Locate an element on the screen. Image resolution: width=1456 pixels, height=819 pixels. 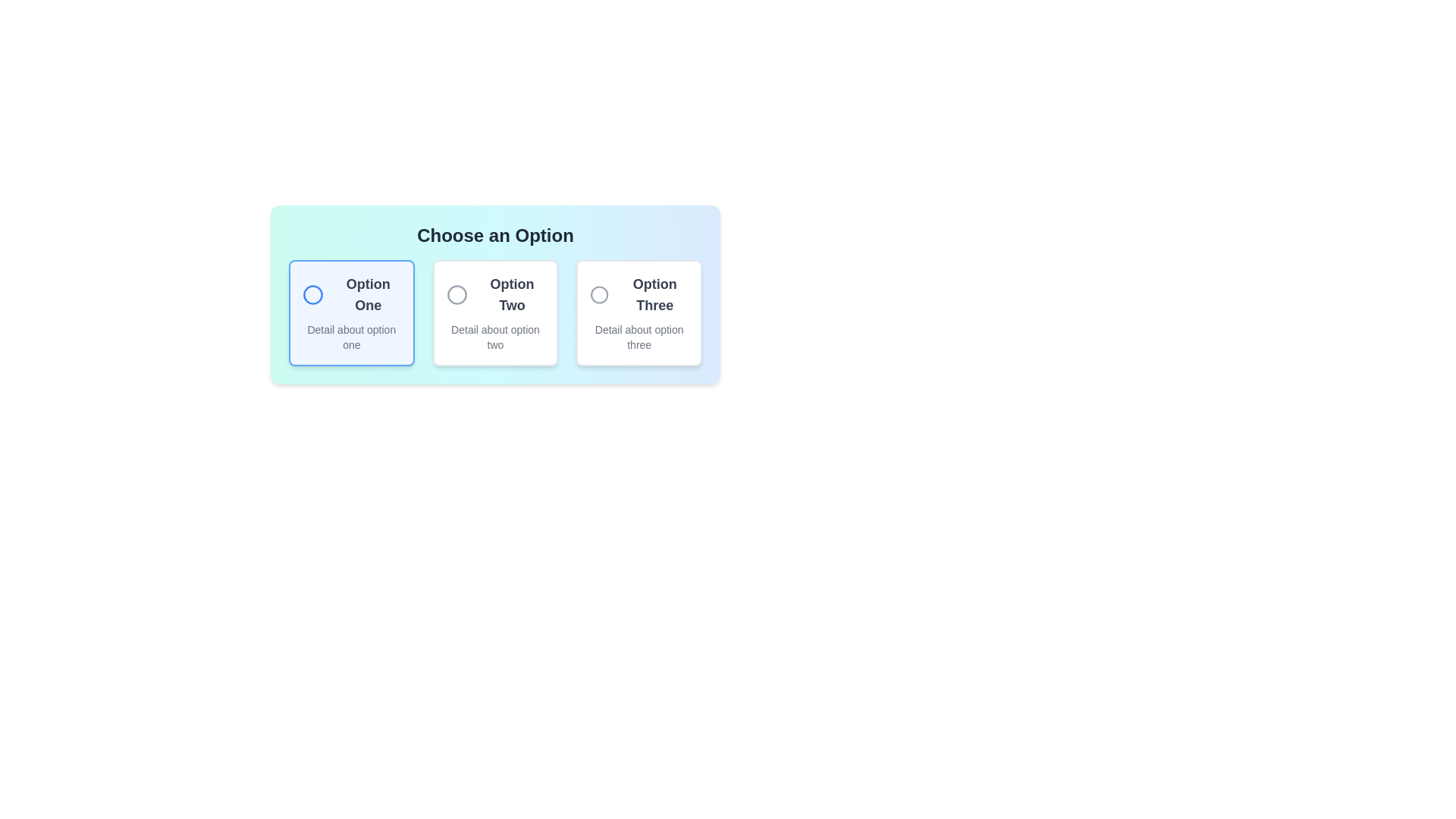
the radio button for 'Option Three' is located at coordinates (599, 295).